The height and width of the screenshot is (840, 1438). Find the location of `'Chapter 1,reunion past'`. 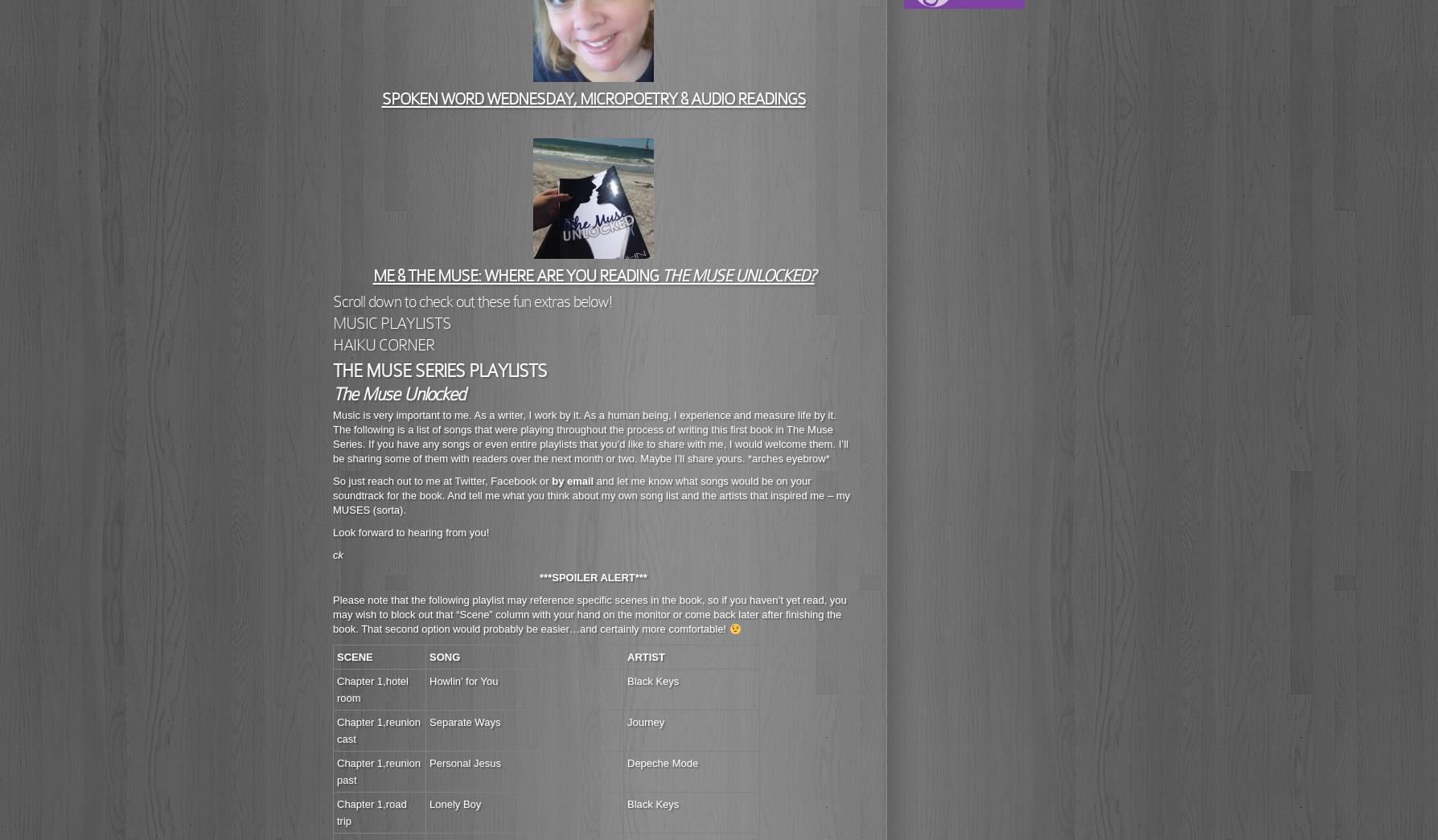

'Chapter 1,reunion past' is located at coordinates (378, 771).